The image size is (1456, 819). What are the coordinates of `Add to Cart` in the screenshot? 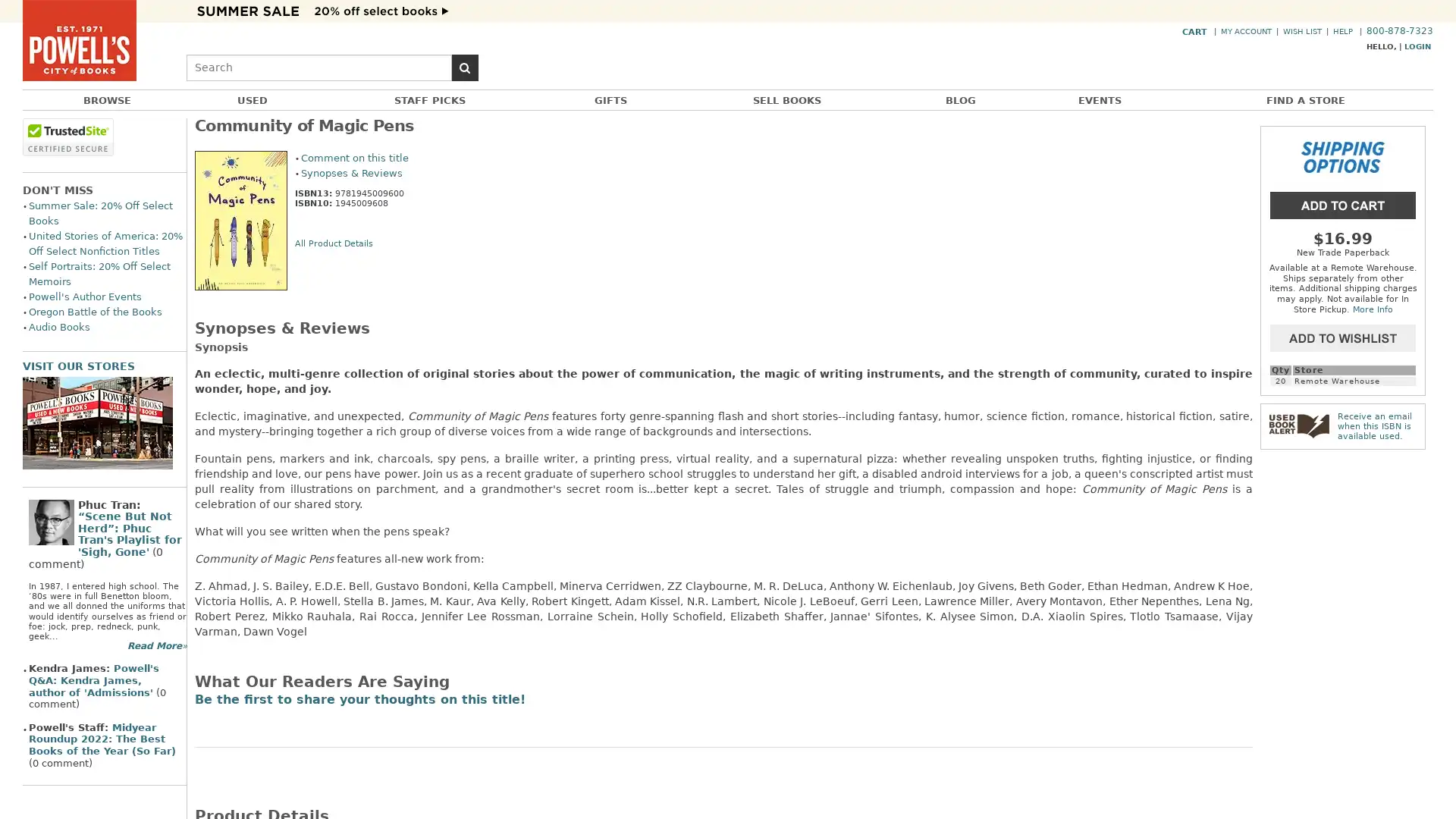 It's located at (1343, 203).